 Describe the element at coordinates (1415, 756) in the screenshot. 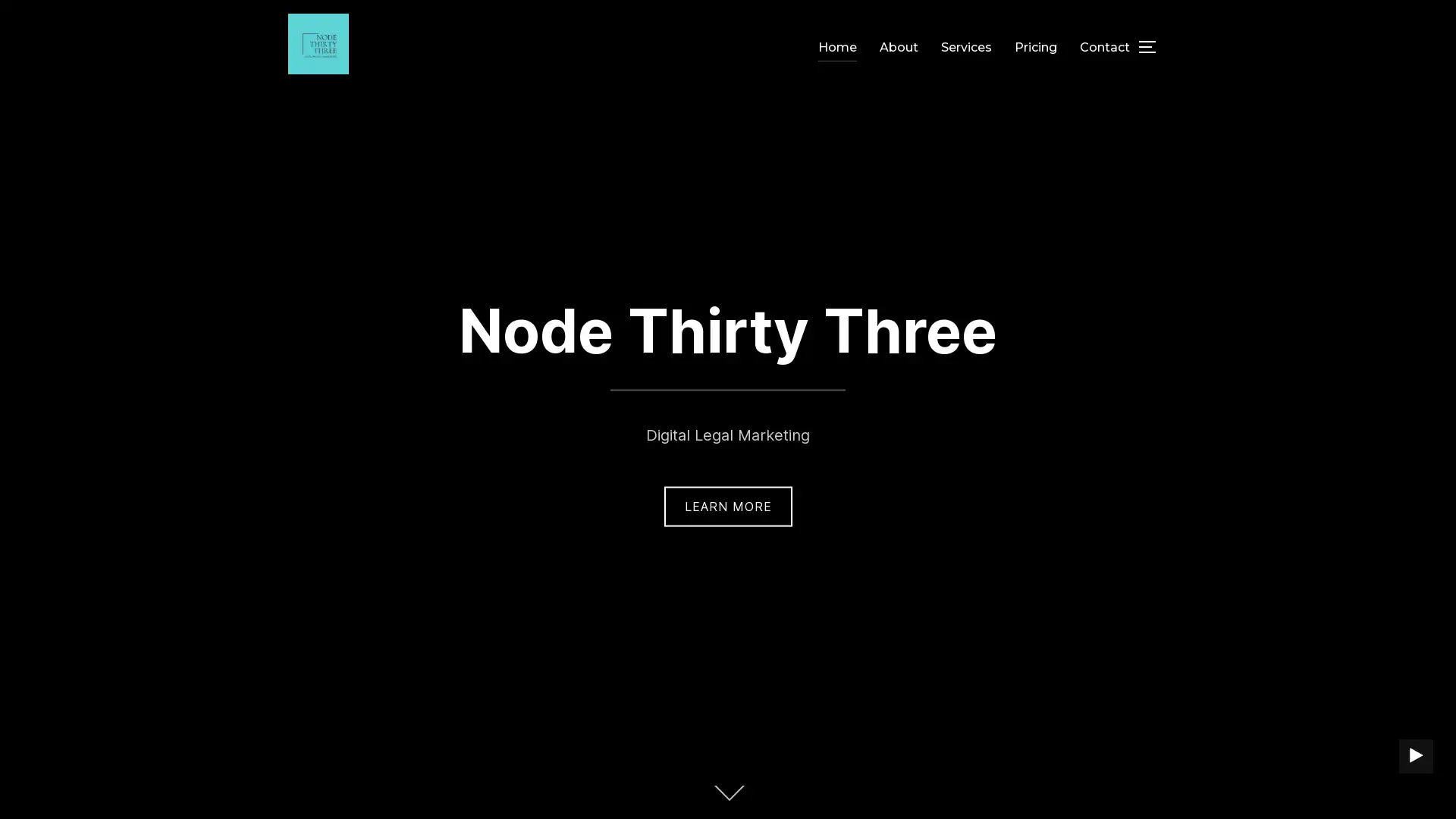

I see `PLAY BACKGROUND VIDEO` at that location.